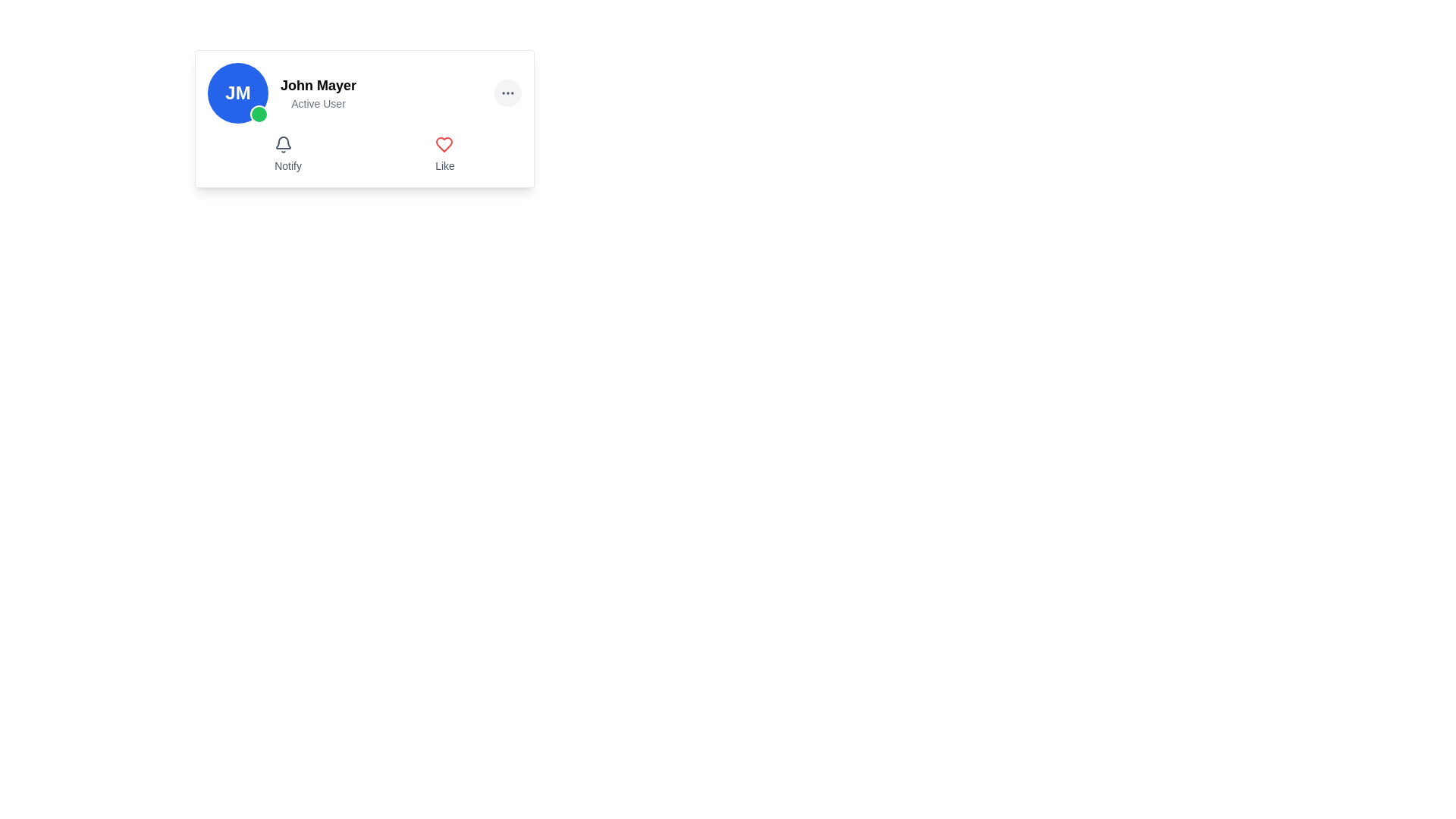 The height and width of the screenshot is (819, 1456). I want to click on the status indicator text label that shows the current user's status as active, located directly beneath the 'John Mayer' text in the profile card structure, so click(318, 103).